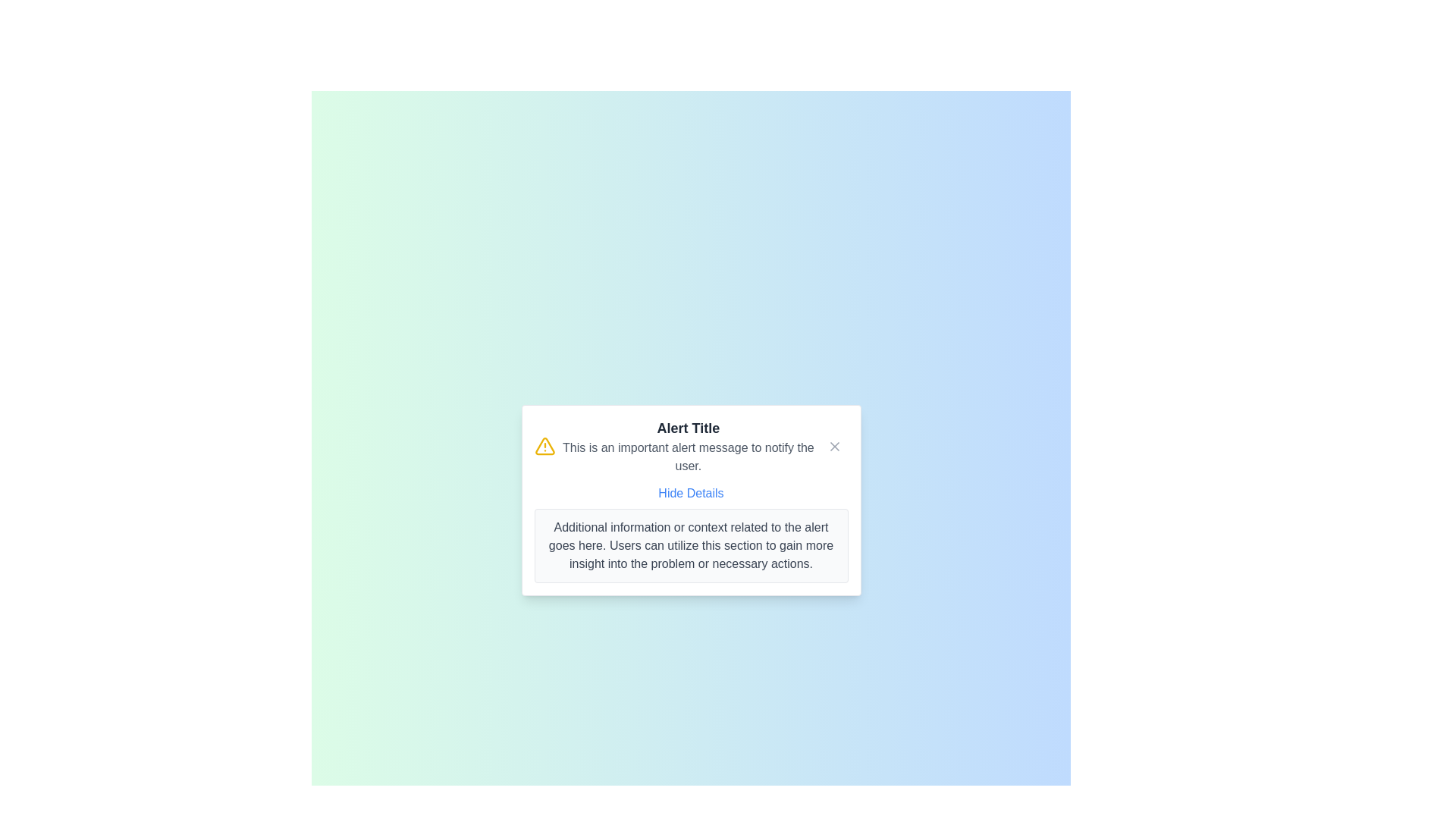 This screenshot has height=819, width=1456. Describe the element at coordinates (833, 446) in the screenshot. I see `the close button to dismiss the alert notification` at that location.